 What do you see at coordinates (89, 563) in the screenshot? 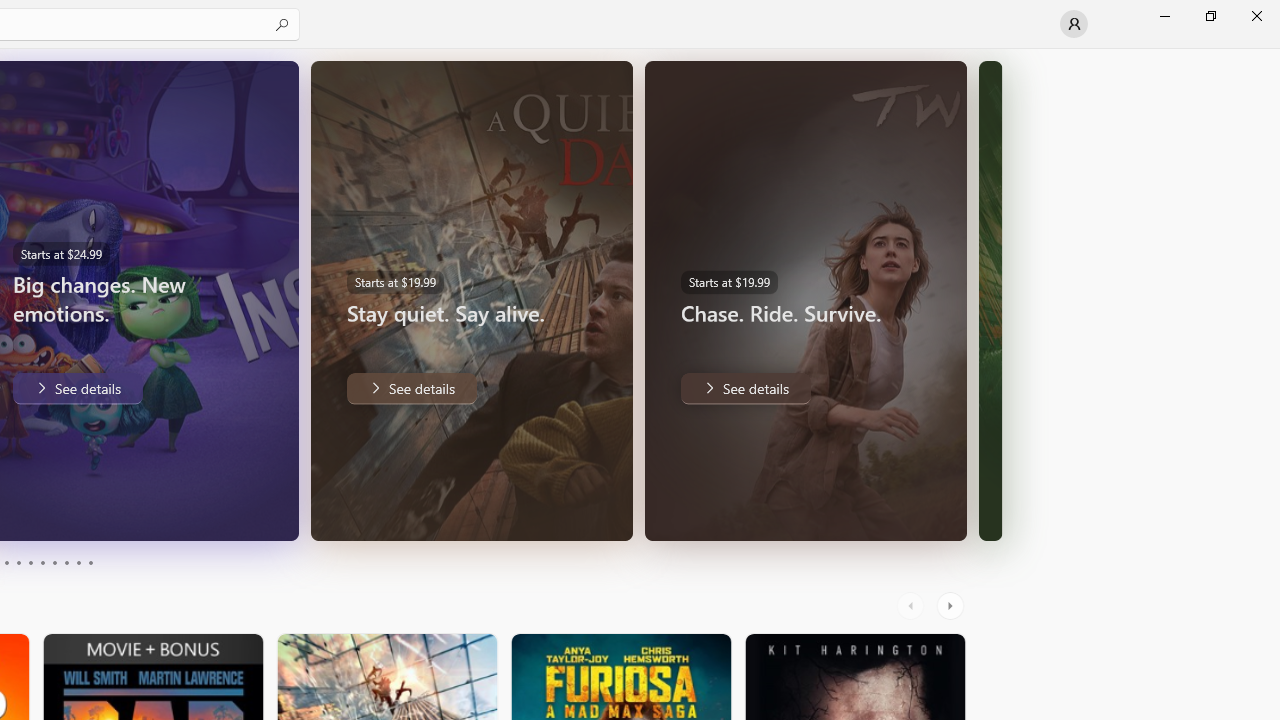
I see `'Page 10'` at bounding box center [89, 563].